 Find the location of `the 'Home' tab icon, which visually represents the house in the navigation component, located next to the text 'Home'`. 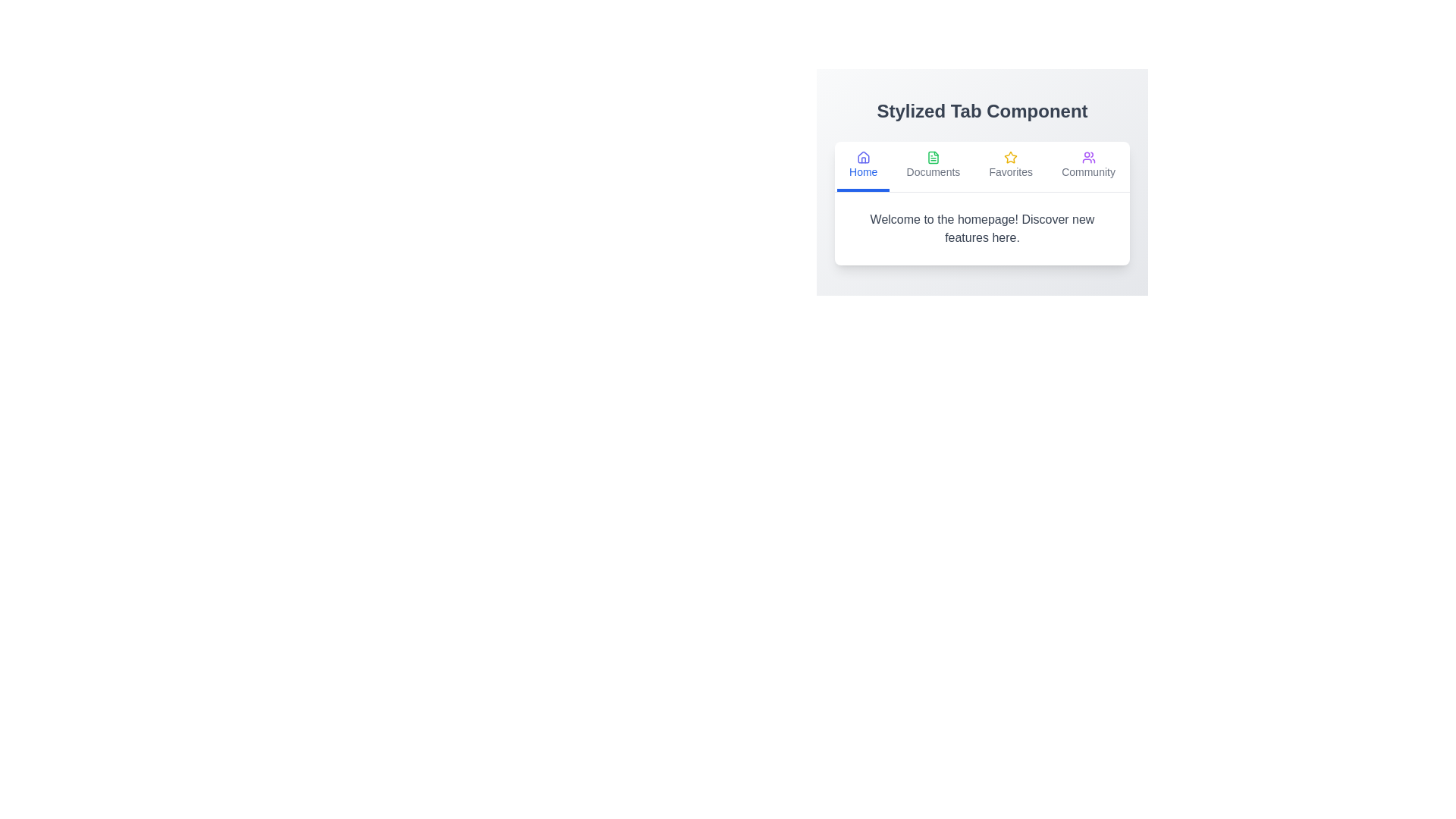

the 'Home' tab icon, which visually represents the house in the navigation component, located next to the text 'Home' is located at coordinates (863, 157).